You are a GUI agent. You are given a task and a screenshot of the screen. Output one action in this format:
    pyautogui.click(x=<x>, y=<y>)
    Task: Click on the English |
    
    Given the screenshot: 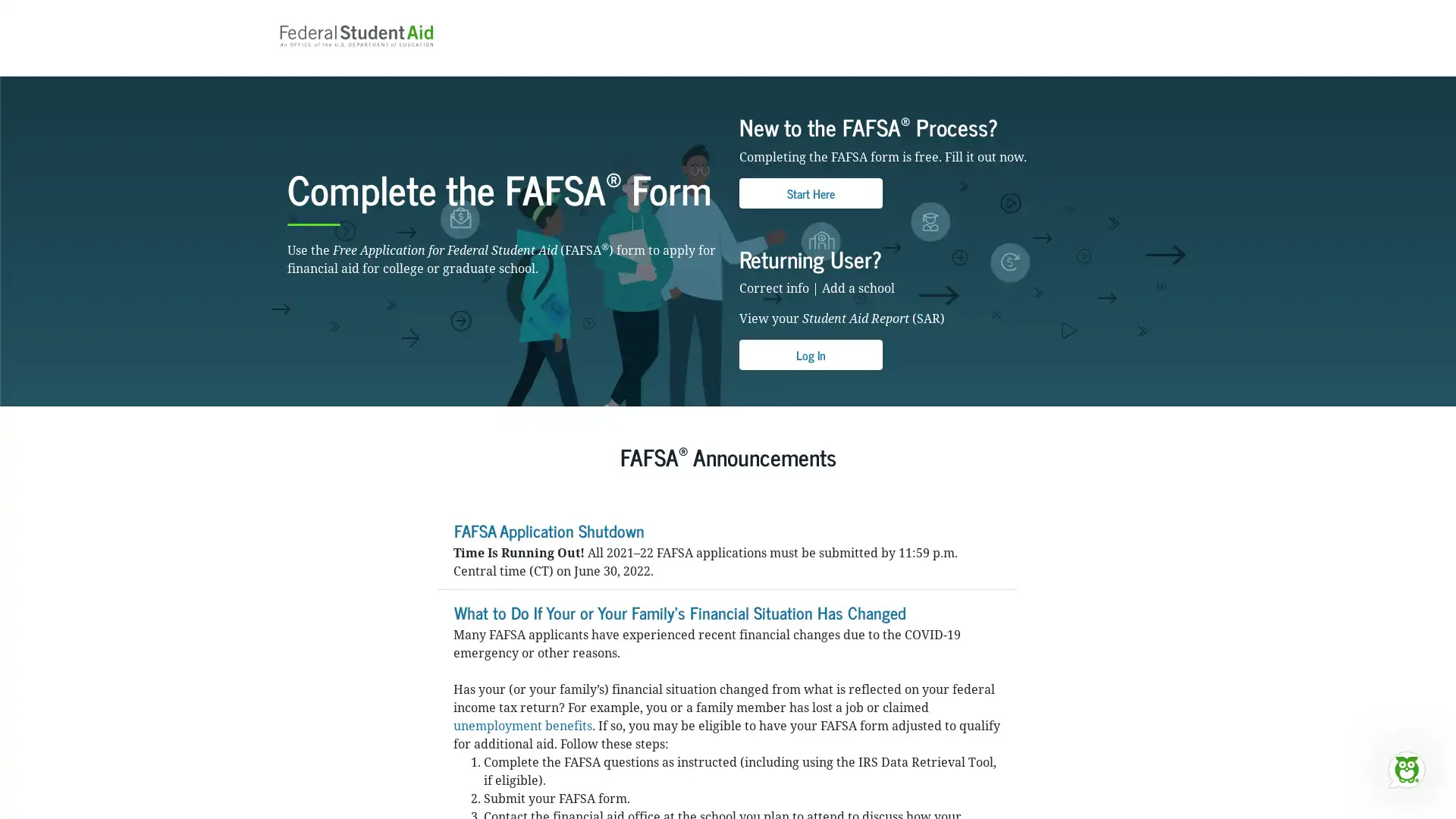 What is the action you would take?
    pyautogui.click(x=1117, y=11)
    